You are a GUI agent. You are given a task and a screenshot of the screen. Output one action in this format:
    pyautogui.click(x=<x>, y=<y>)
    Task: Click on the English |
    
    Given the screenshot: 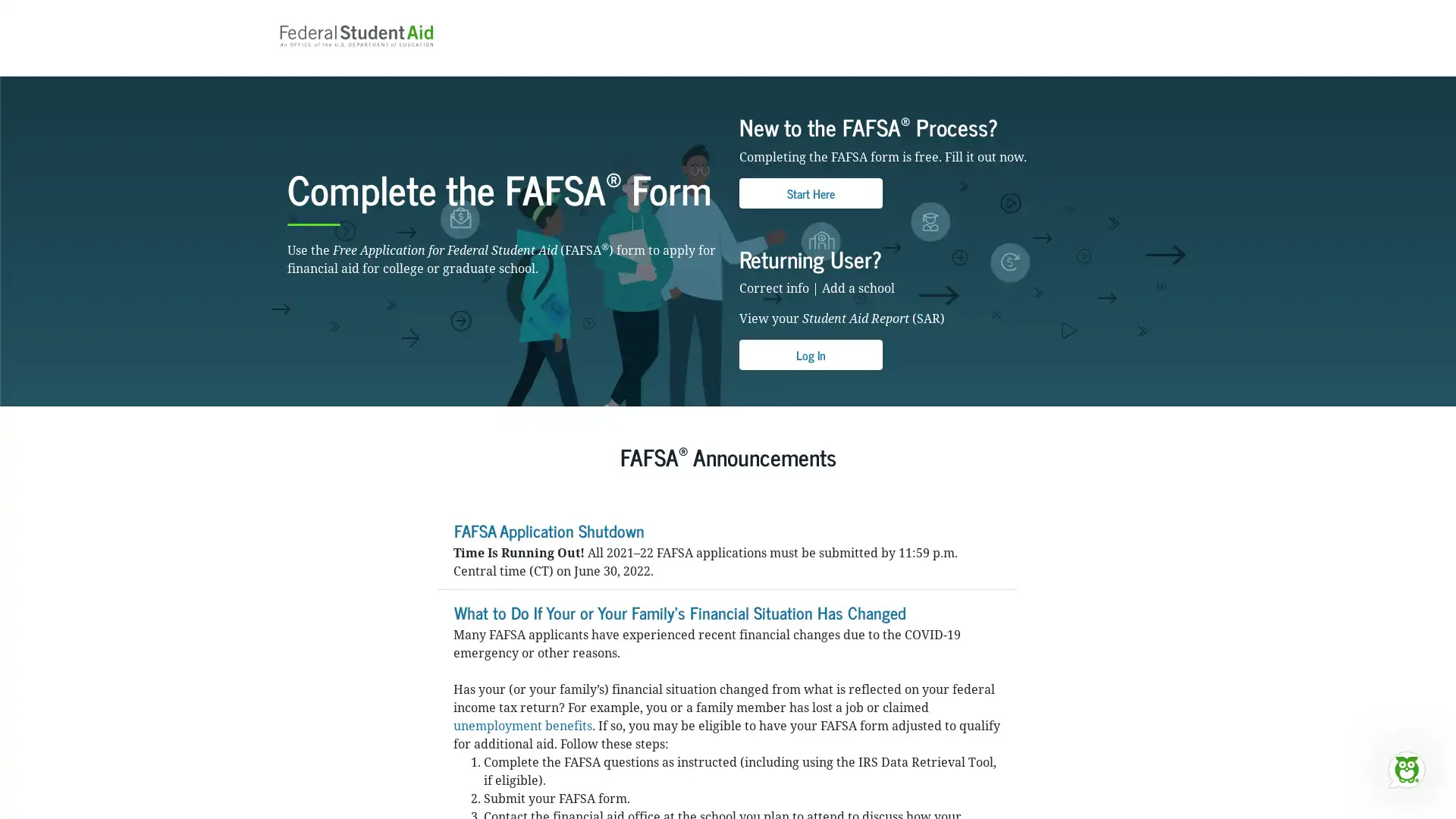 What is the action you would take?
    pyautogui.click(x=1117, y=11)
    